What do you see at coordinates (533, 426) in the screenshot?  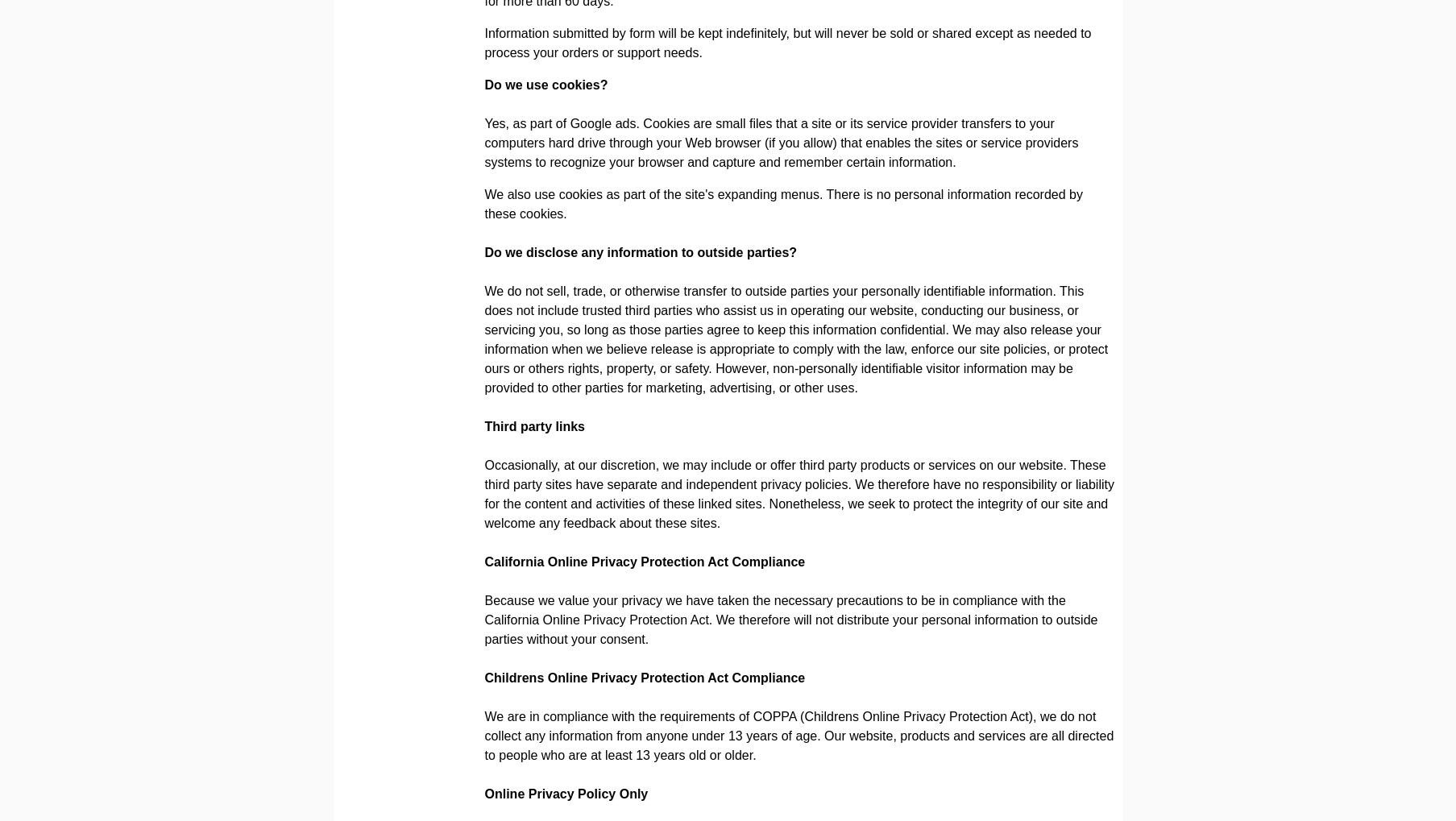 I see `'Third party links'` at bounding box center [533, 426].